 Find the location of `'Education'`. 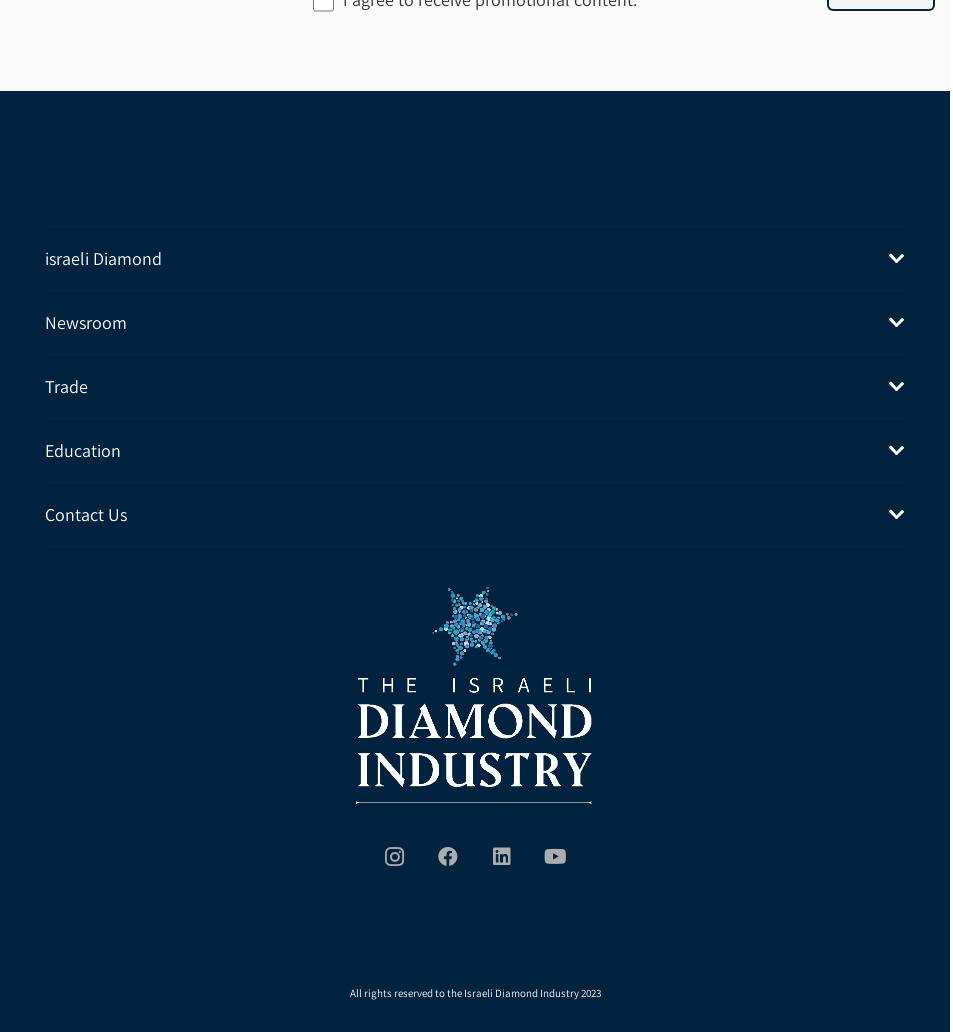

'Education' is located at coordinates (82, 448).